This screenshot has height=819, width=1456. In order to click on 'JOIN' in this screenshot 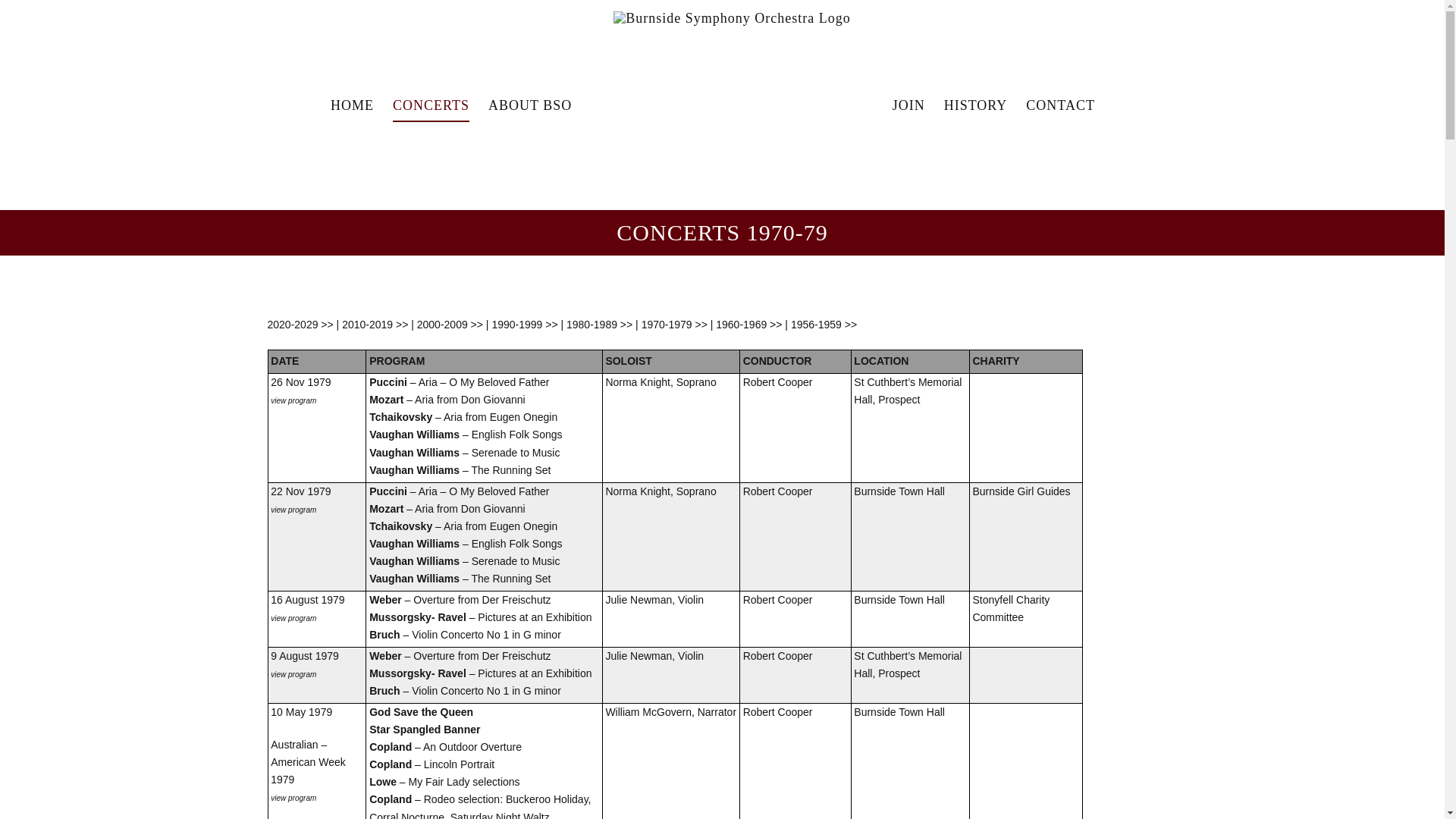, I will do `click(892, 104)`.